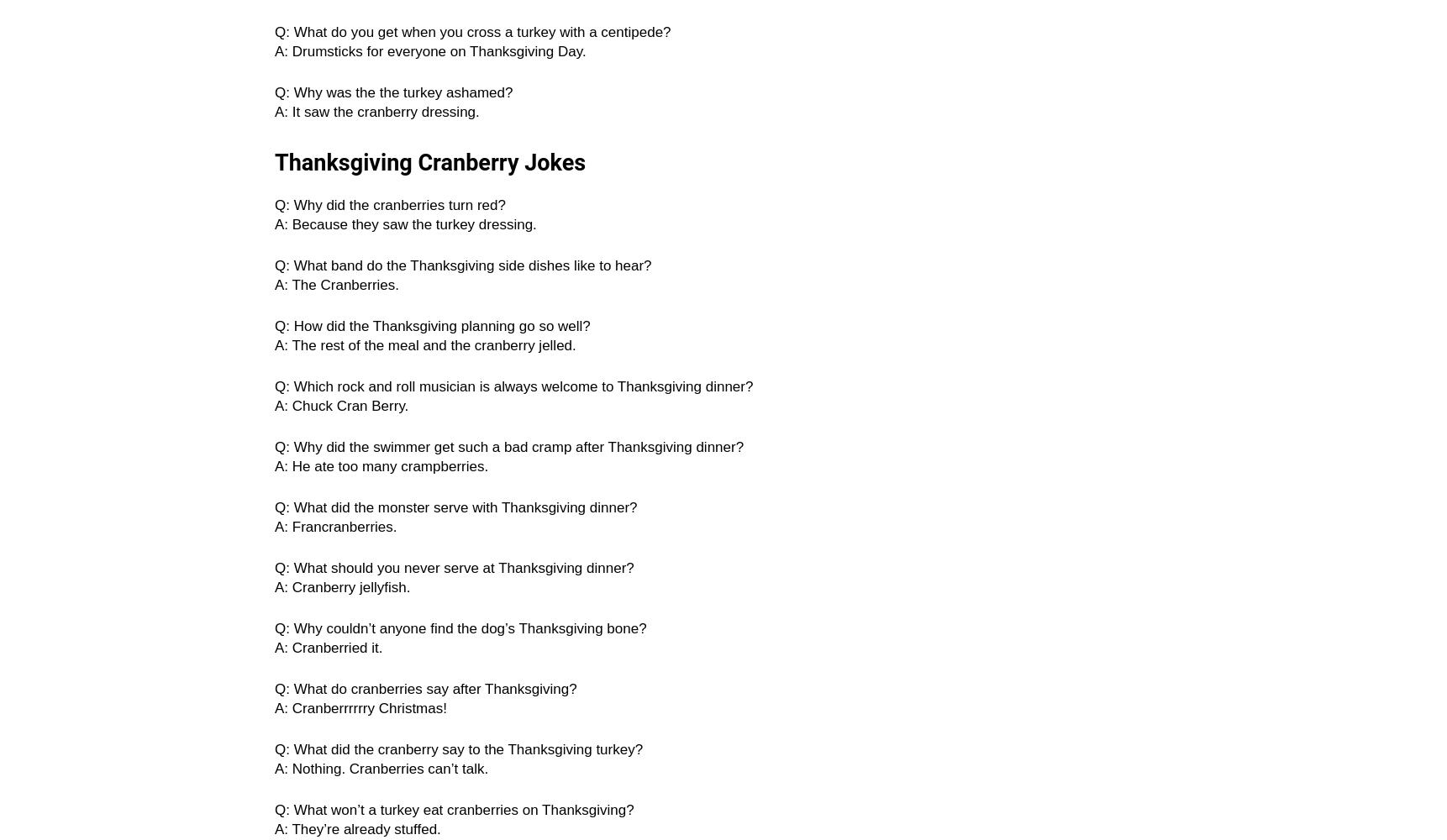 The height and width of the screenshot is (840, 1447). I want to click on 'A: Nothing. Cranberries can’t talk.', so click(274, 769).